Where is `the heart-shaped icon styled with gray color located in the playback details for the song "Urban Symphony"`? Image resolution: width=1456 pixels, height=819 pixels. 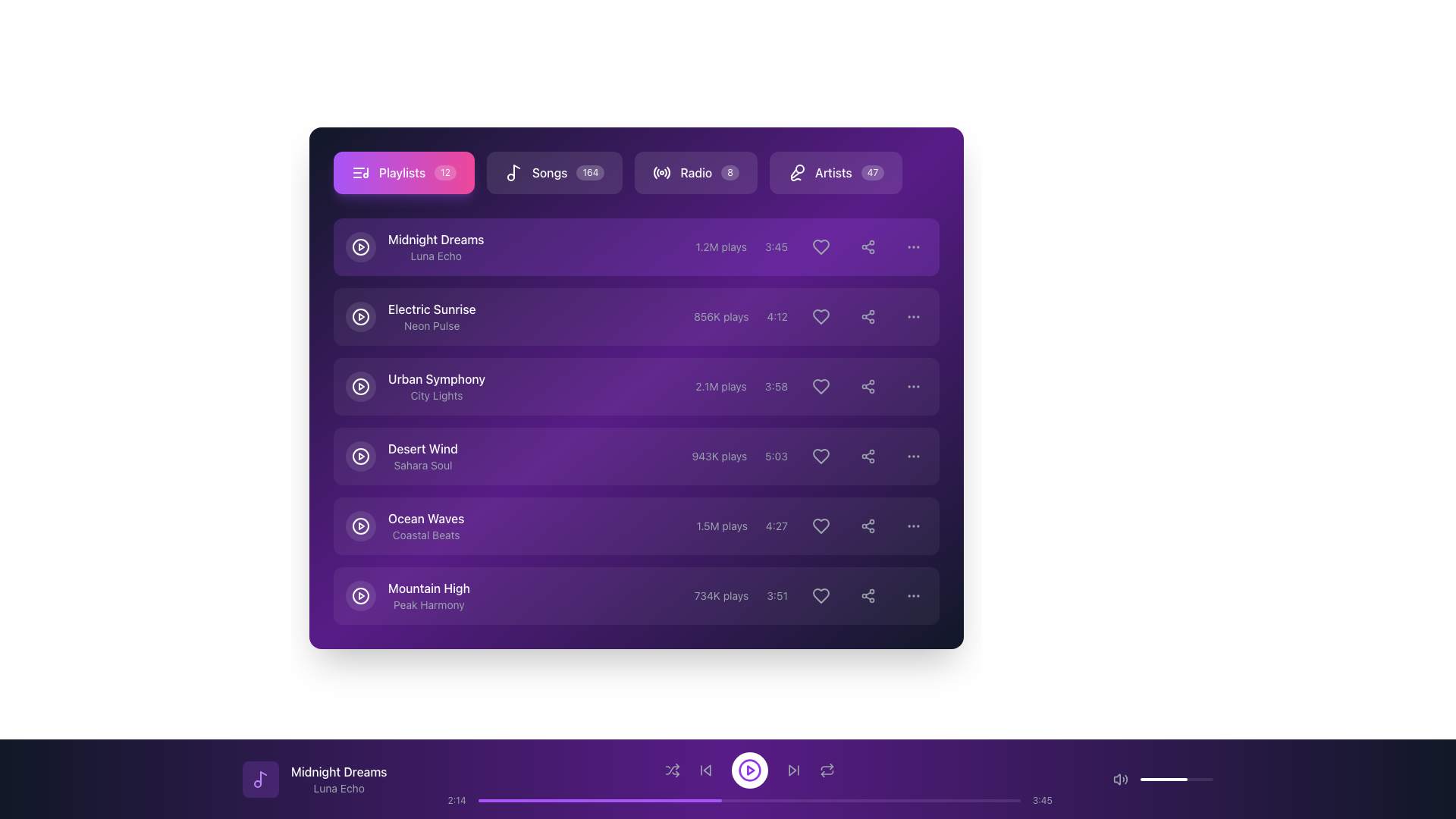 the heart-shaped icon styled with gray color located in the playback details for the song "Urban Symphony" is located at coordinates (811, 385).